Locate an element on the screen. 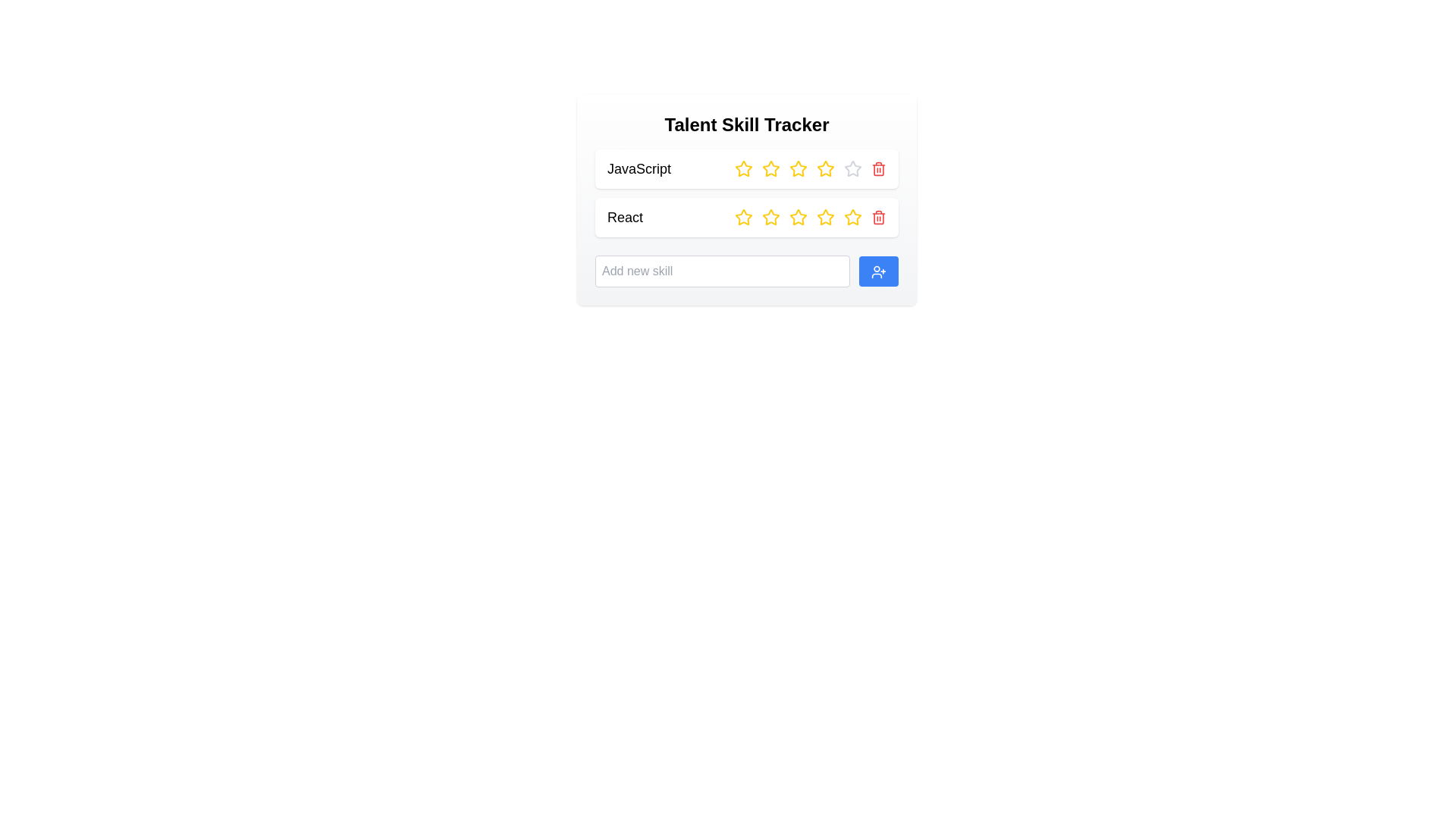 Image resolution: width=1456 pixels, height=819 pixels. the third star in the 'React' rating row to adjust the rating to three stars is located at coordinates (797, 217).